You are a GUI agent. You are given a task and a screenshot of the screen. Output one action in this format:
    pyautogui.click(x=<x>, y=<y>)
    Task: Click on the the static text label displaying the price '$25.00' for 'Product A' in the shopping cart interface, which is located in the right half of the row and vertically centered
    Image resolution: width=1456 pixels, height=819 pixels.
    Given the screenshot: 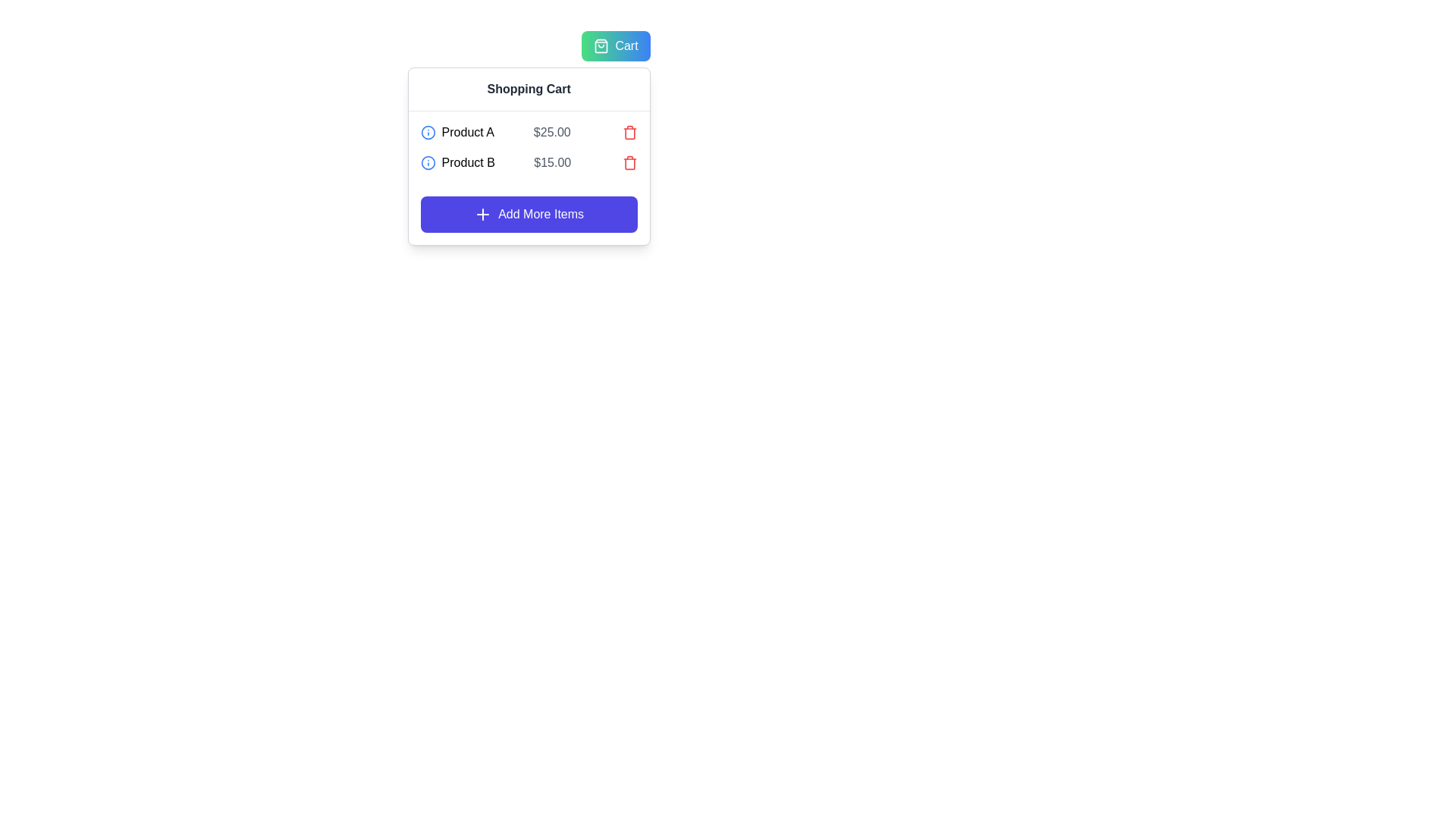 What is the action you would take?
    pyautogui.click(x=551, y=131)
    